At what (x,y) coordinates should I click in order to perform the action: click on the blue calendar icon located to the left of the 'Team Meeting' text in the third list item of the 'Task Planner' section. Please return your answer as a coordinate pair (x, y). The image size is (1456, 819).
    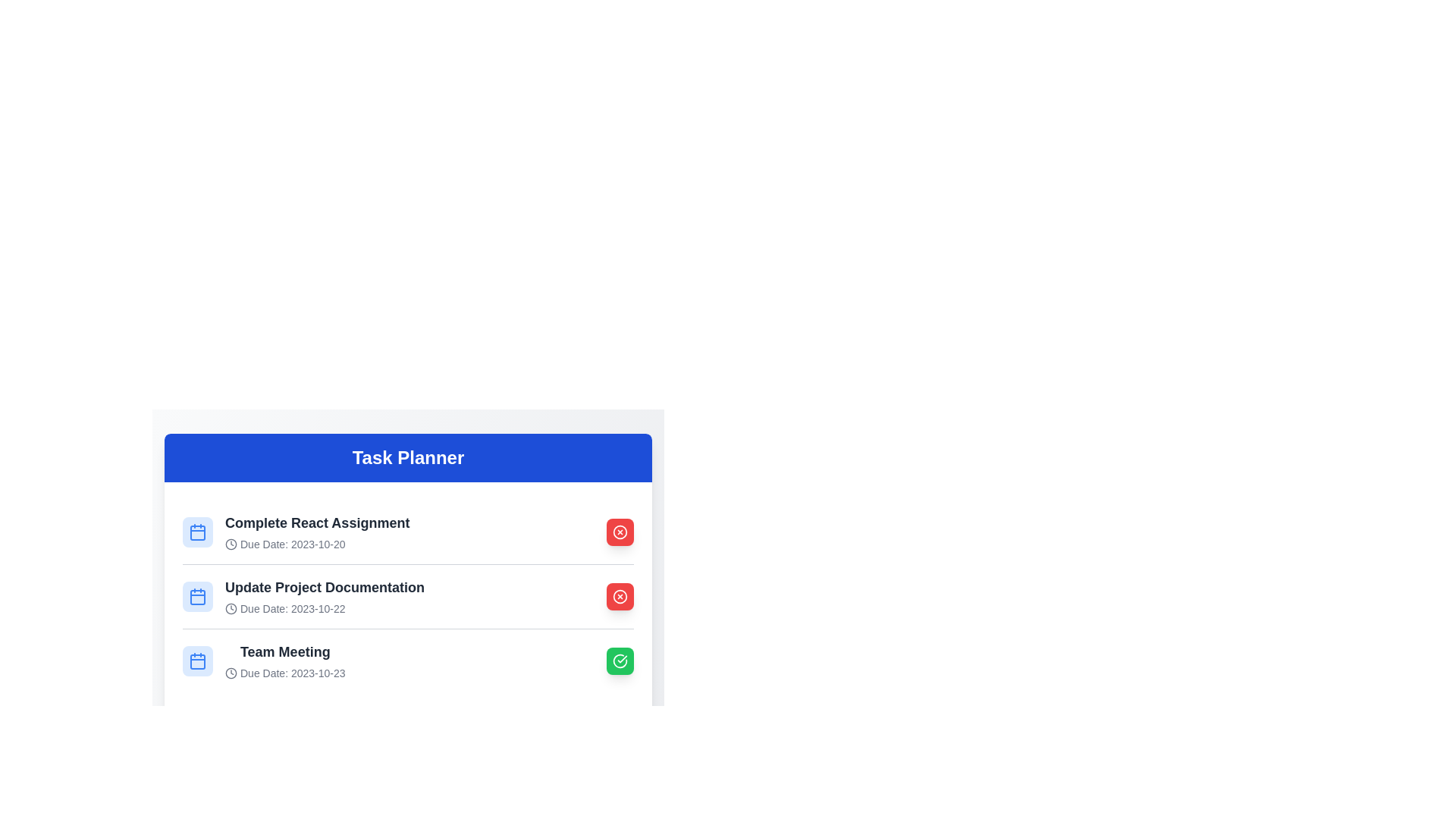
    Looking at the image, I should click on (196, 660).